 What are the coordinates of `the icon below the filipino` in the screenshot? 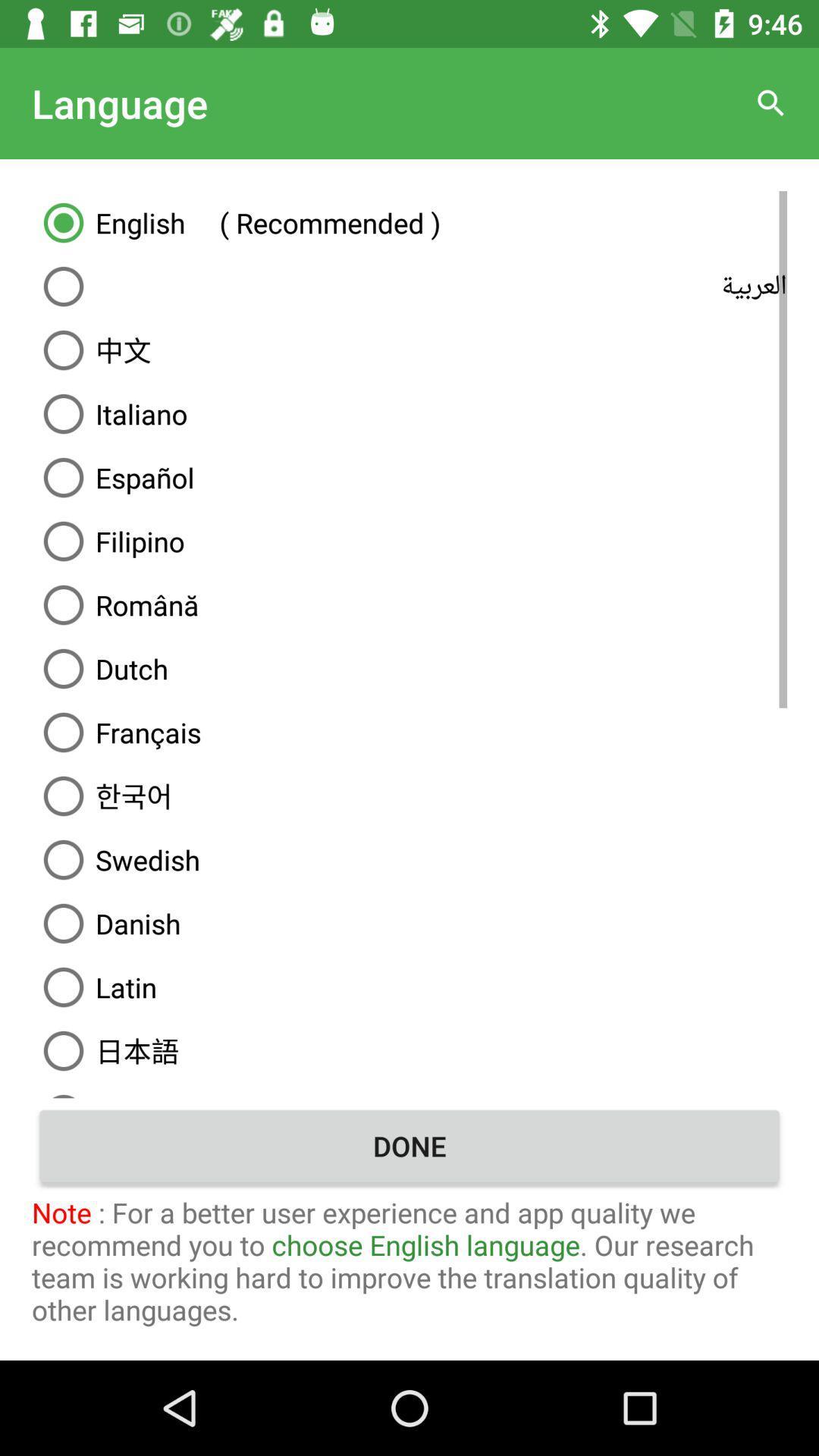 It's located at (409, 604).